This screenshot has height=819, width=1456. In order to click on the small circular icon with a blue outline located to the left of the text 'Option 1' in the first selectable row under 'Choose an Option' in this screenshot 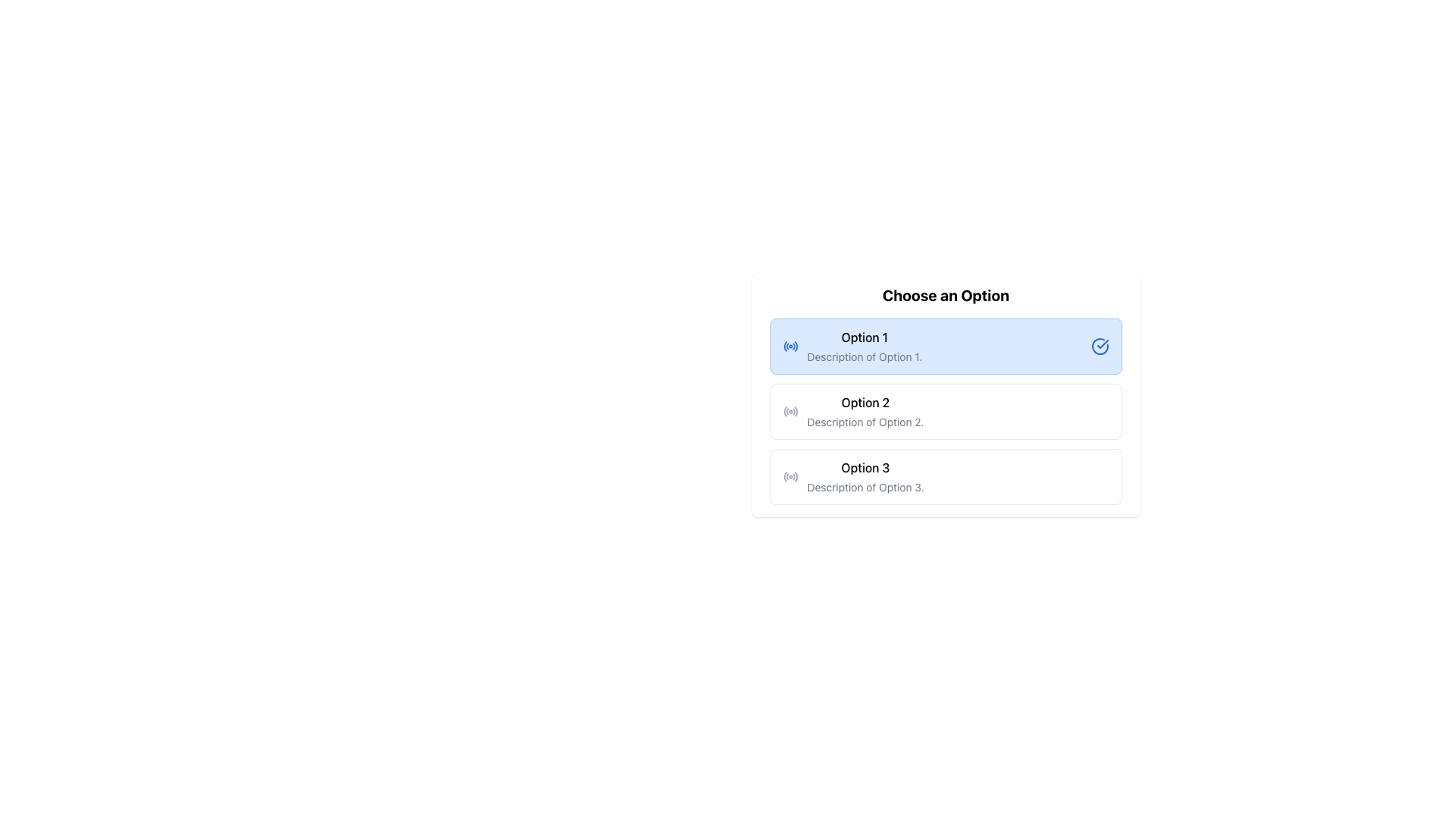, I will do `click(789, 346)`.